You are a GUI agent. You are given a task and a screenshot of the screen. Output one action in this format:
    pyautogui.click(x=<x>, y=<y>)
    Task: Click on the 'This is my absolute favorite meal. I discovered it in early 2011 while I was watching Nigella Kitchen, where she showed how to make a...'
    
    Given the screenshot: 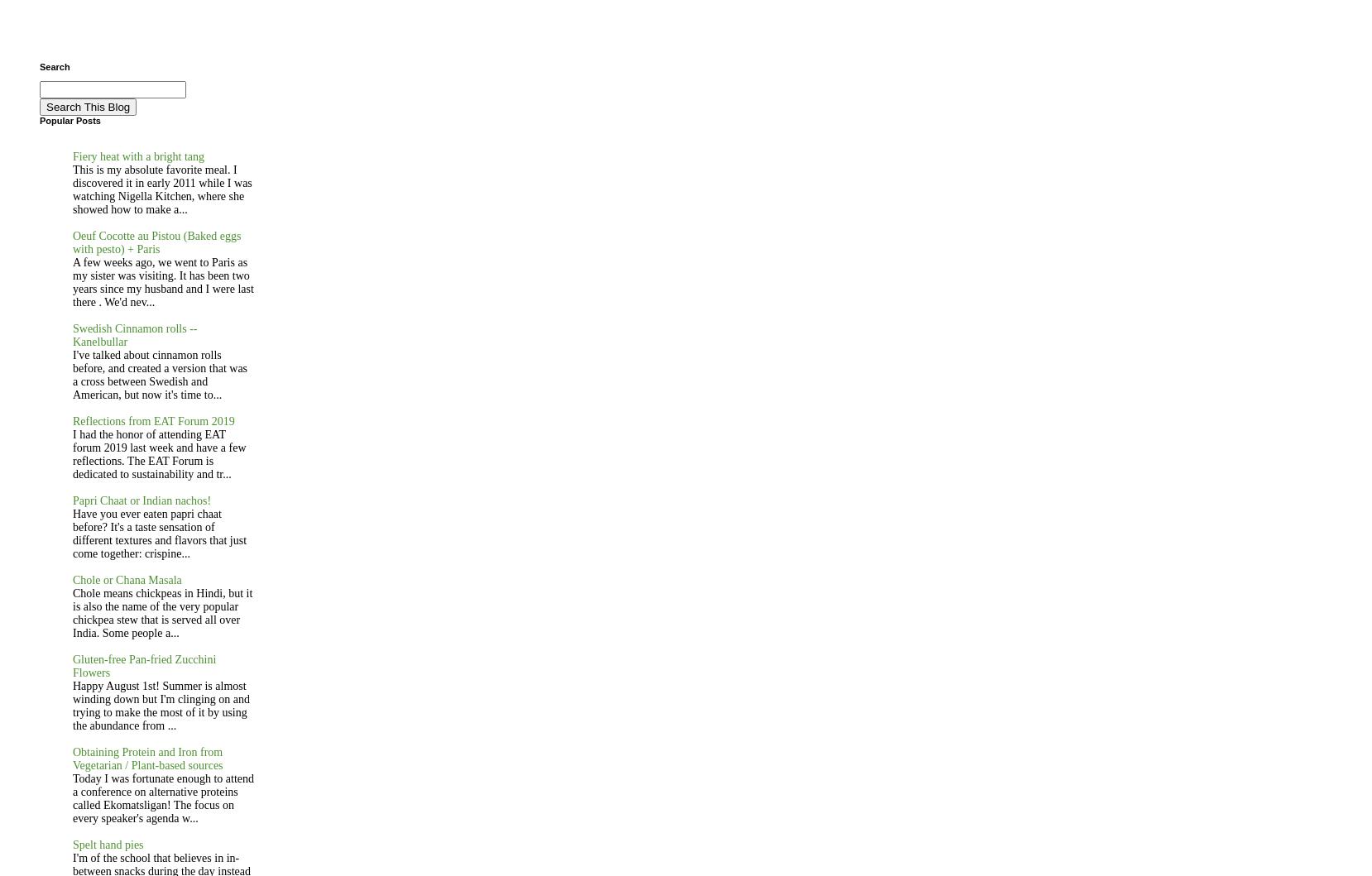 What is the action you would take?
    pyautogui.click(x=161, y=189)
    